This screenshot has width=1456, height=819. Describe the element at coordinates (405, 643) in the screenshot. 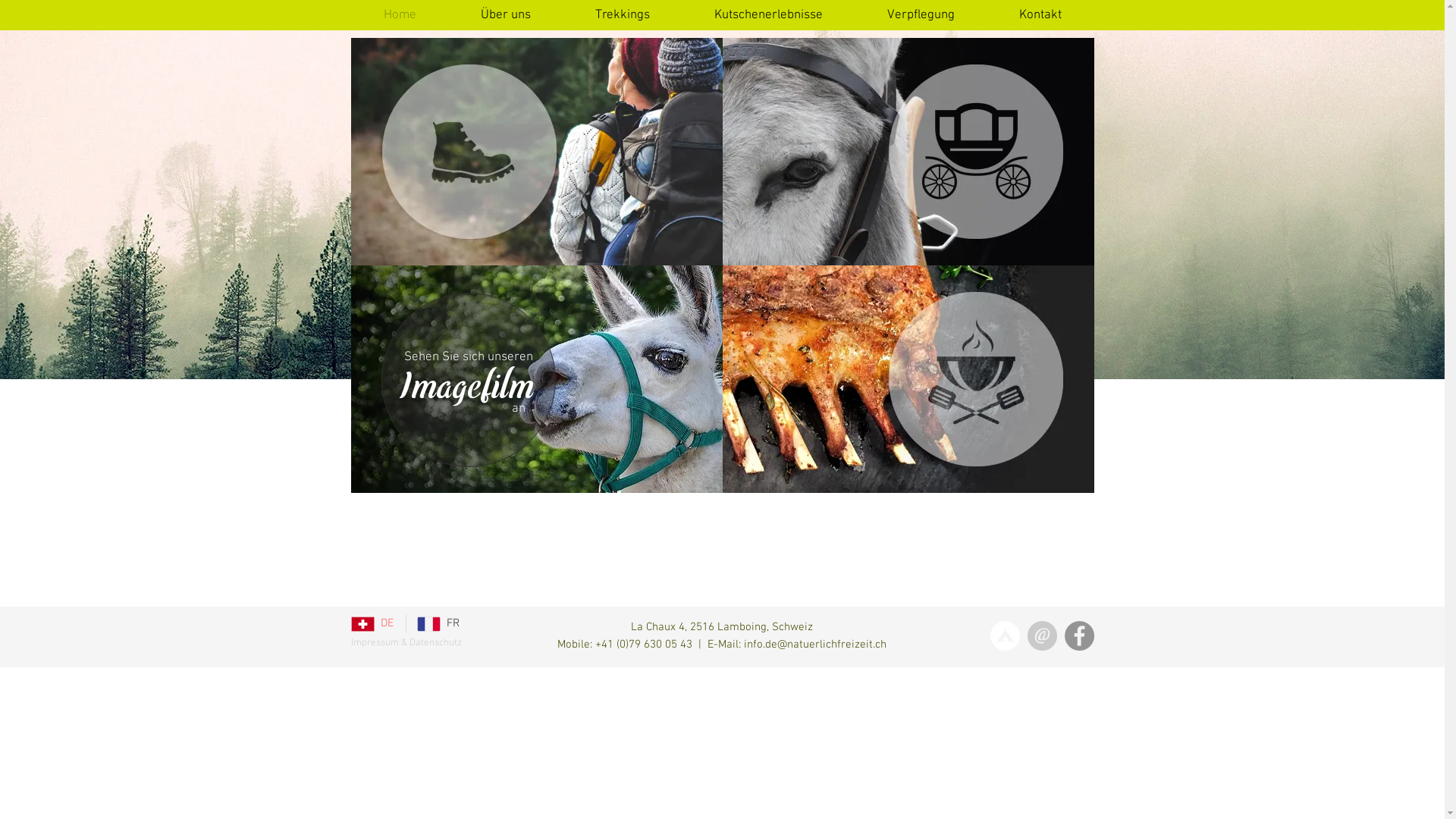

I see `'Impressum & Datenschutz'` at that location.